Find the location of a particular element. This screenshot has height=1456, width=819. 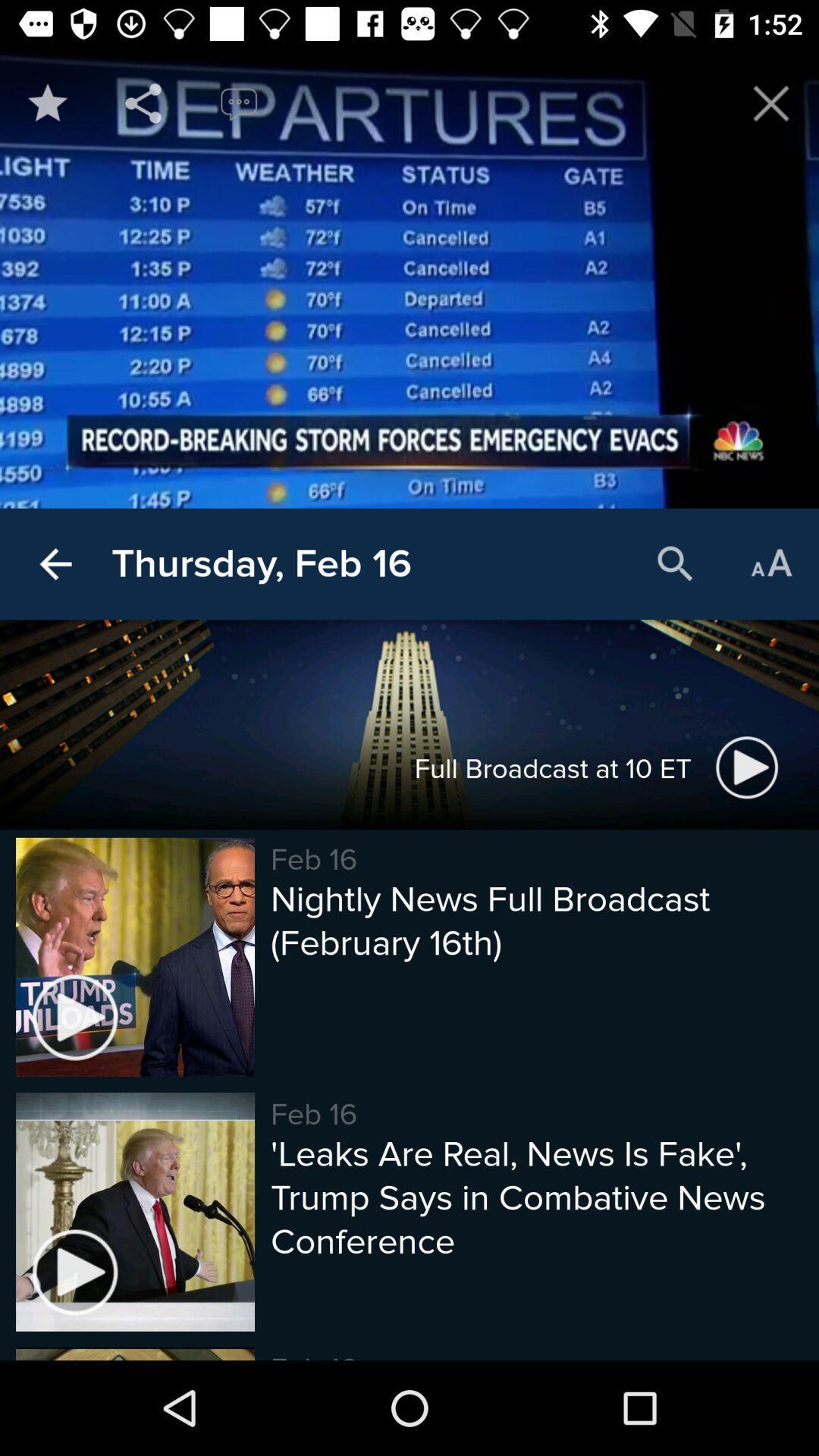

the share icon is located at coordinates (143, 102).